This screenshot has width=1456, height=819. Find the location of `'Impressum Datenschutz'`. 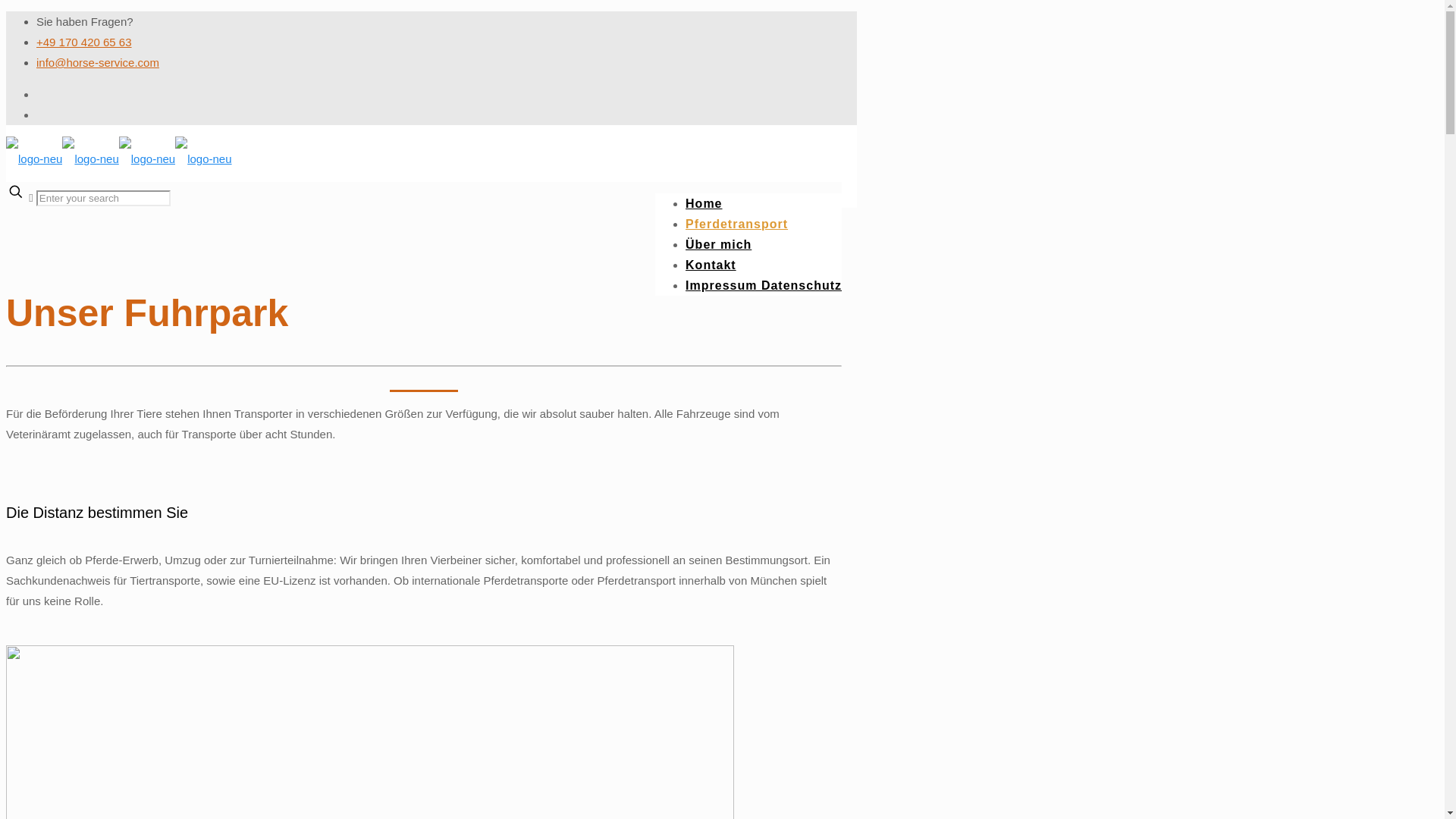

'Impressum Datenschutz' is located at coordinates (764, 285).